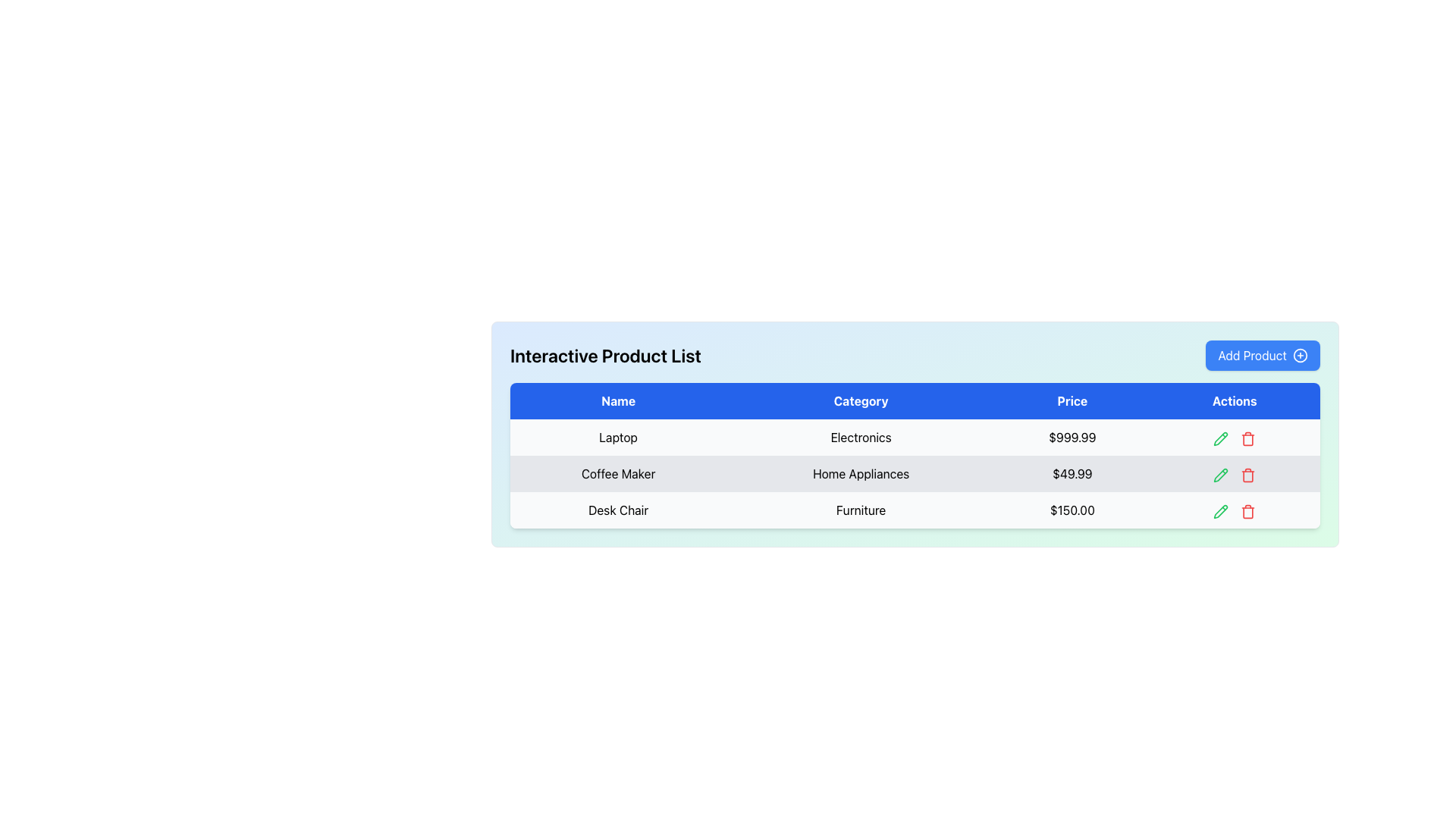 The image size is (1456, 819). I want to click on the green pencil icon representing an edit action in the 'Actions' column of the second row of the table for a tooltip, so click(1221, 472).